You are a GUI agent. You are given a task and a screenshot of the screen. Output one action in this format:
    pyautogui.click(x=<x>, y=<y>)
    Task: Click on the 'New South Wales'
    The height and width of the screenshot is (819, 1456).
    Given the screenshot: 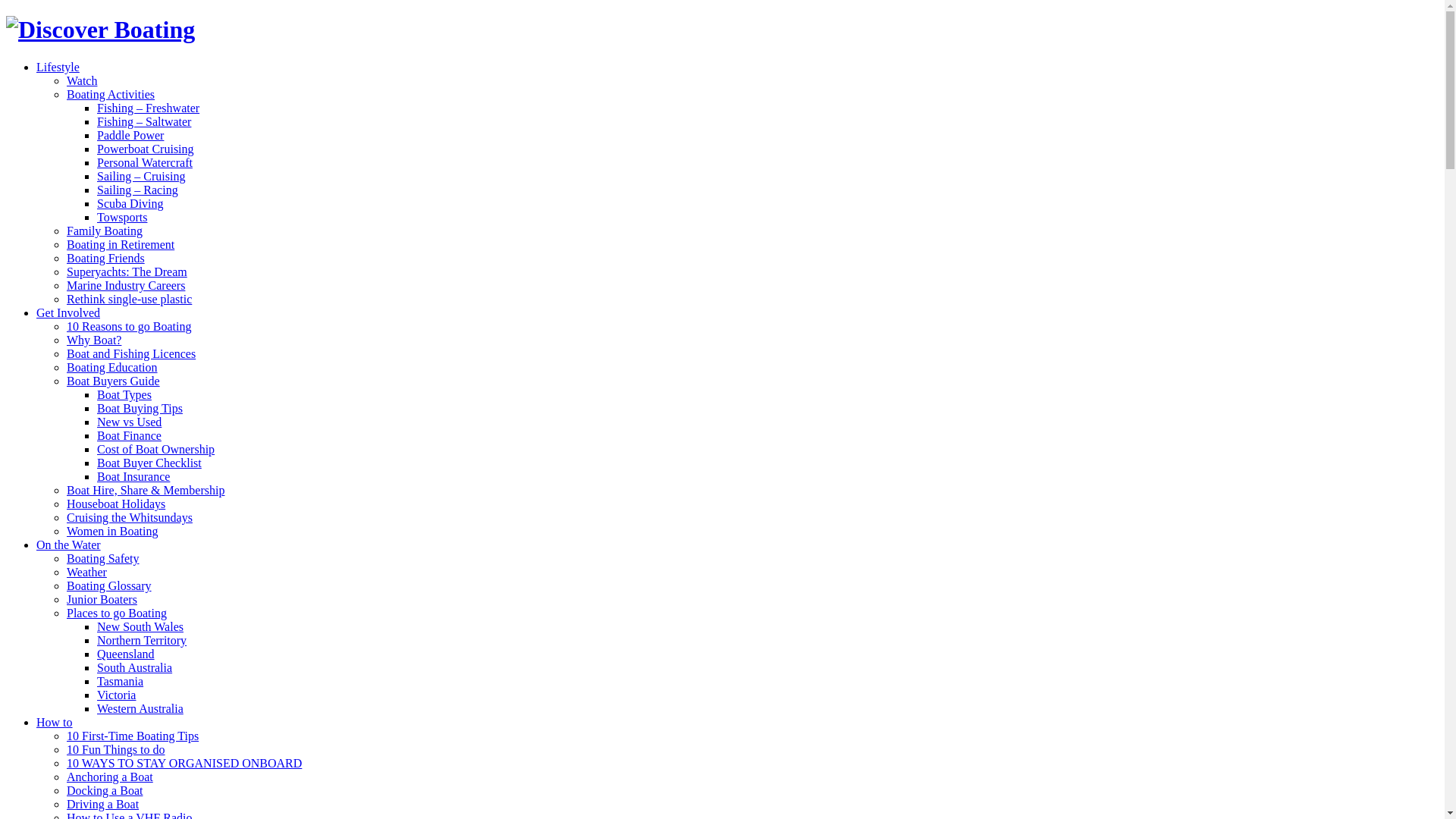 What is the action you would take?
    pyautogui.click(x=140, y=626)
    